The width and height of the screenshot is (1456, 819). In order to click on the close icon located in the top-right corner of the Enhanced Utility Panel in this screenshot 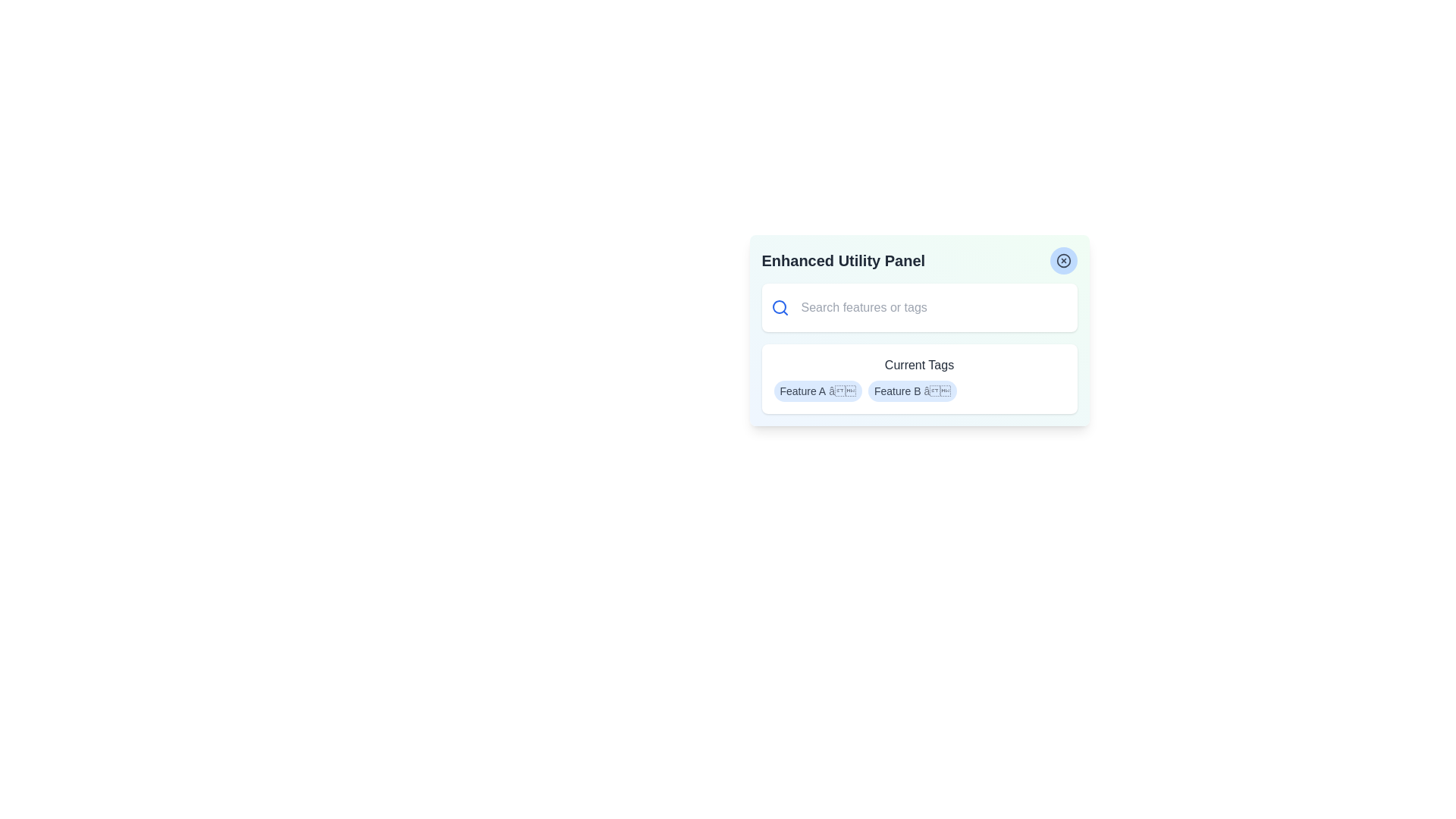, I will do `click(1062, 259)`.